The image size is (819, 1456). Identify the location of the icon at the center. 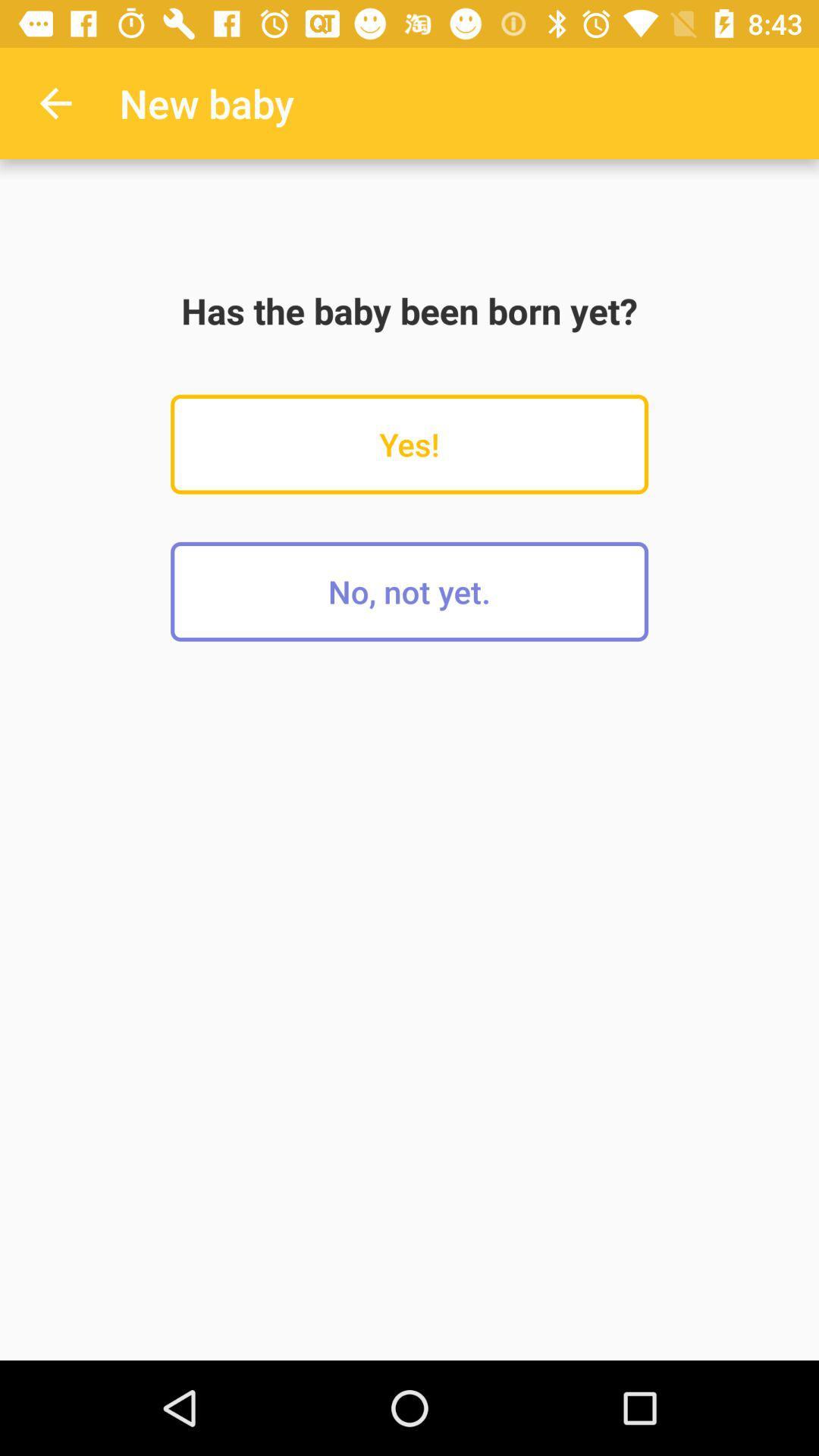
(409, 591).